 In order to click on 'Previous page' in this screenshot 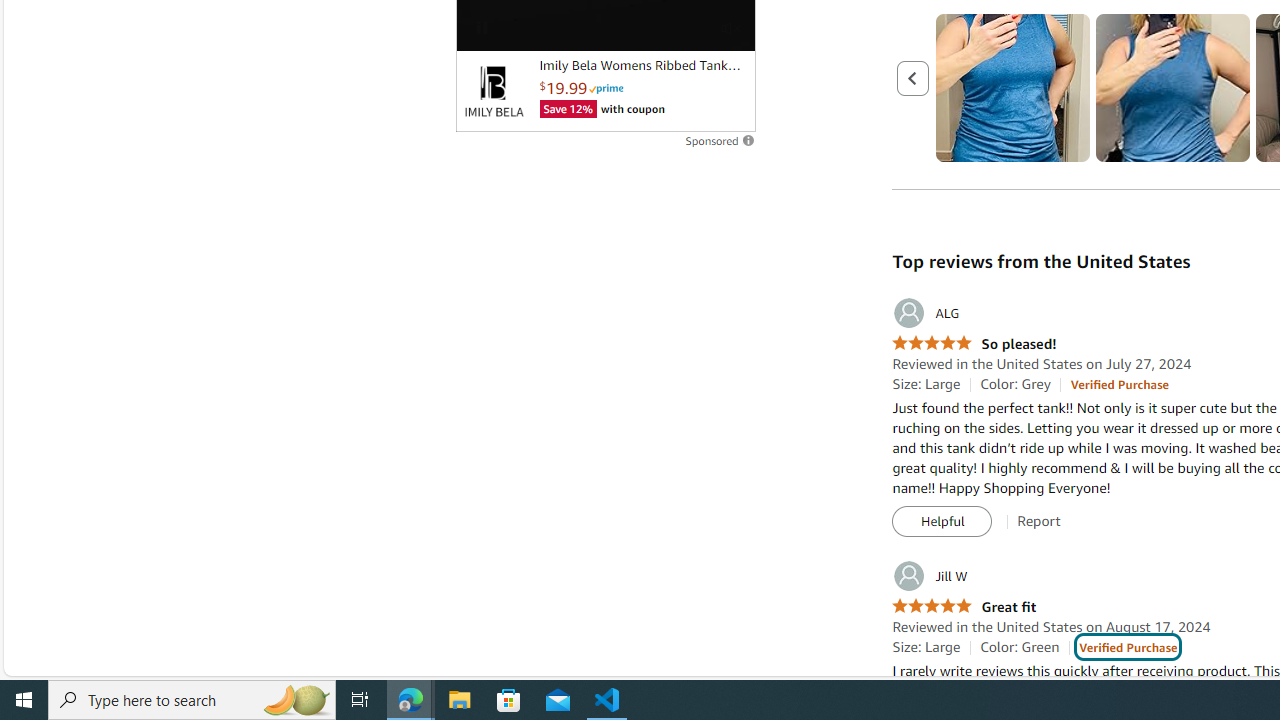, I will do `click(912, 76)`.